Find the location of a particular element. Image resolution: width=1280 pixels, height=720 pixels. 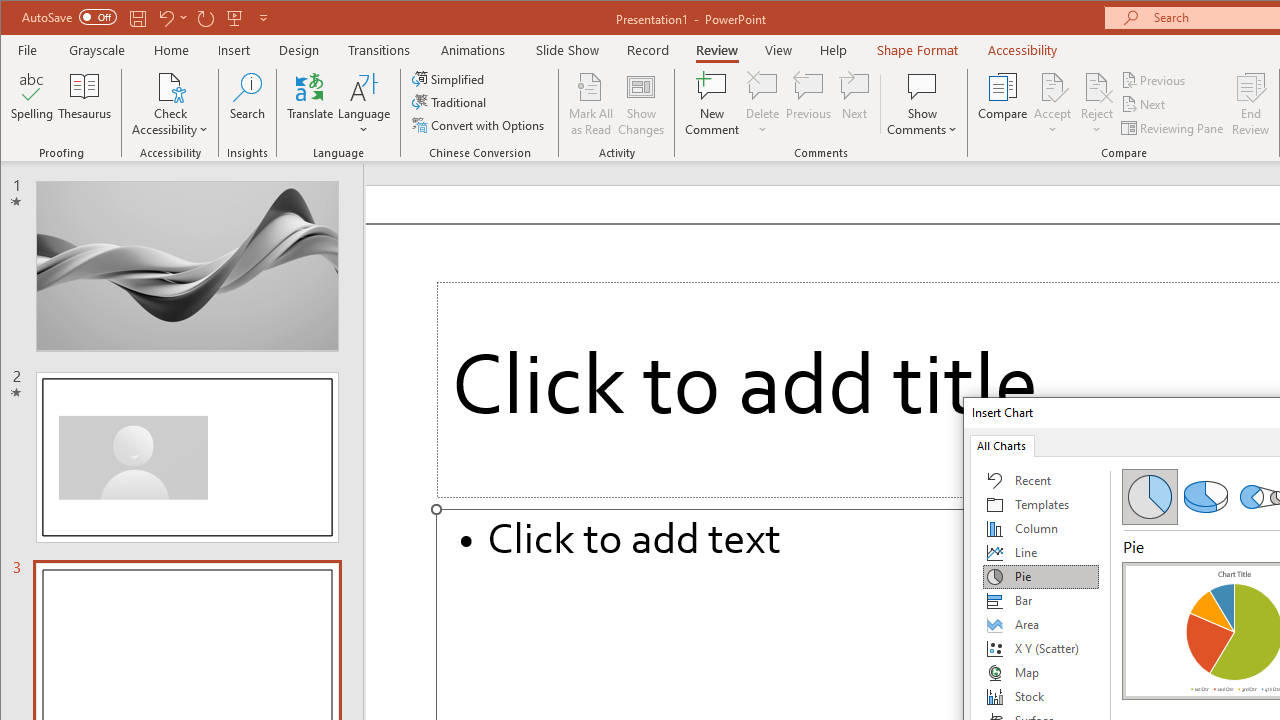

'Area' is located at coordinates (1040, 623).